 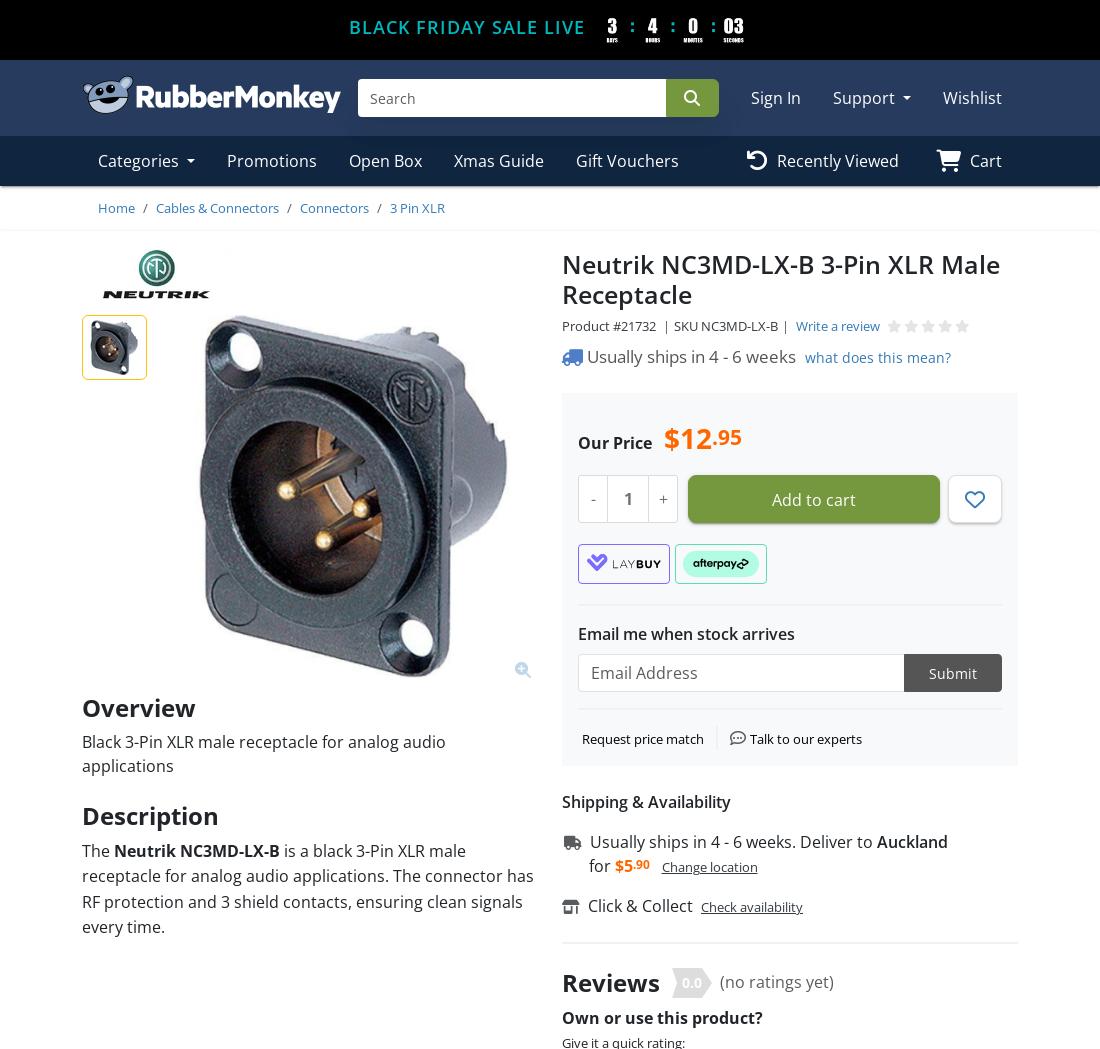 I want to click on 'Rode Lavalier GO Omnidirectional Lavalier Microphone for Wireless GO Systems', so click(x=662, y=322).